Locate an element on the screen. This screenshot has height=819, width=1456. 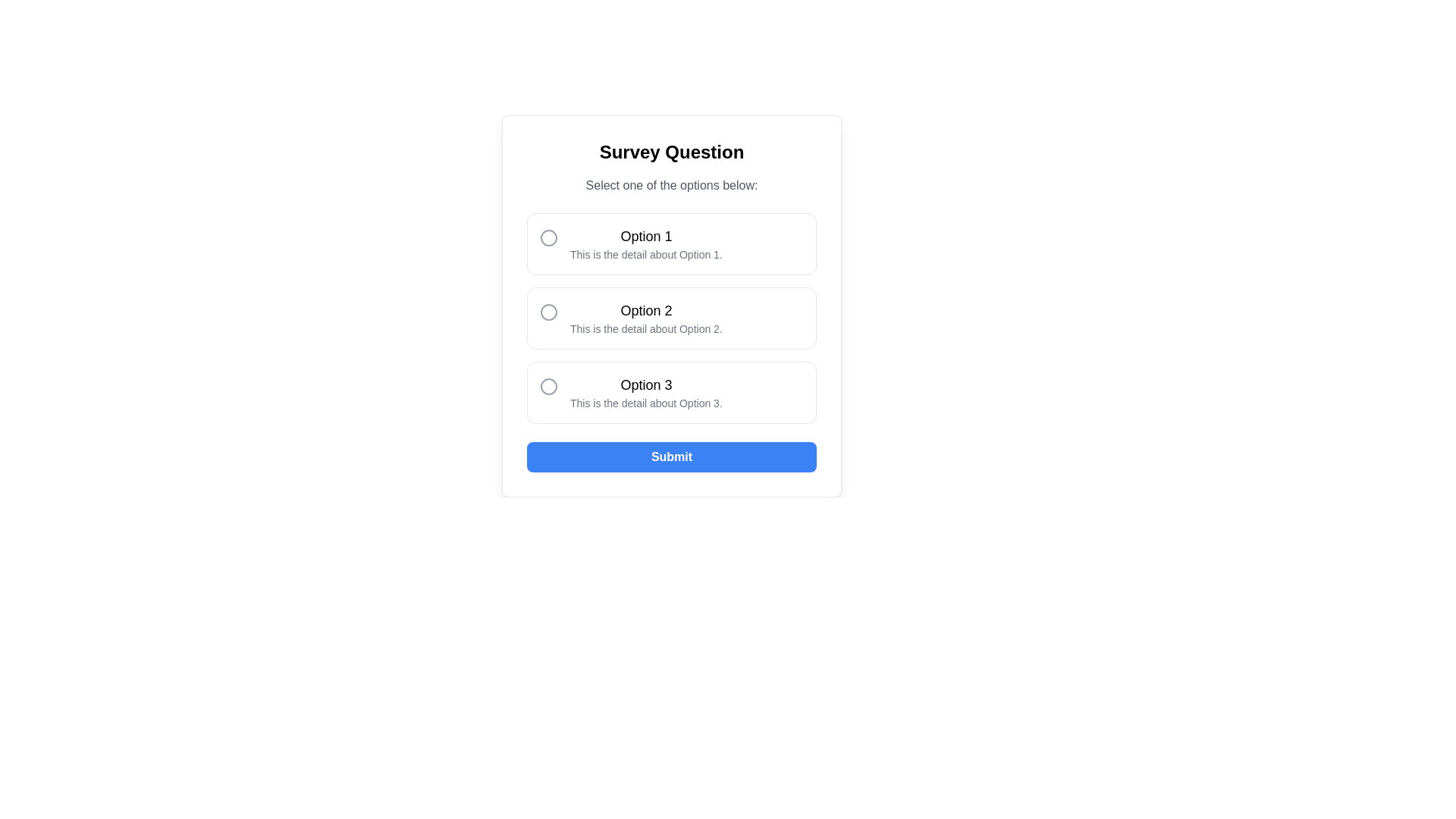
the gray circular radio button located to the left of the text 'Option 2' is located at coordinates (548, 312).